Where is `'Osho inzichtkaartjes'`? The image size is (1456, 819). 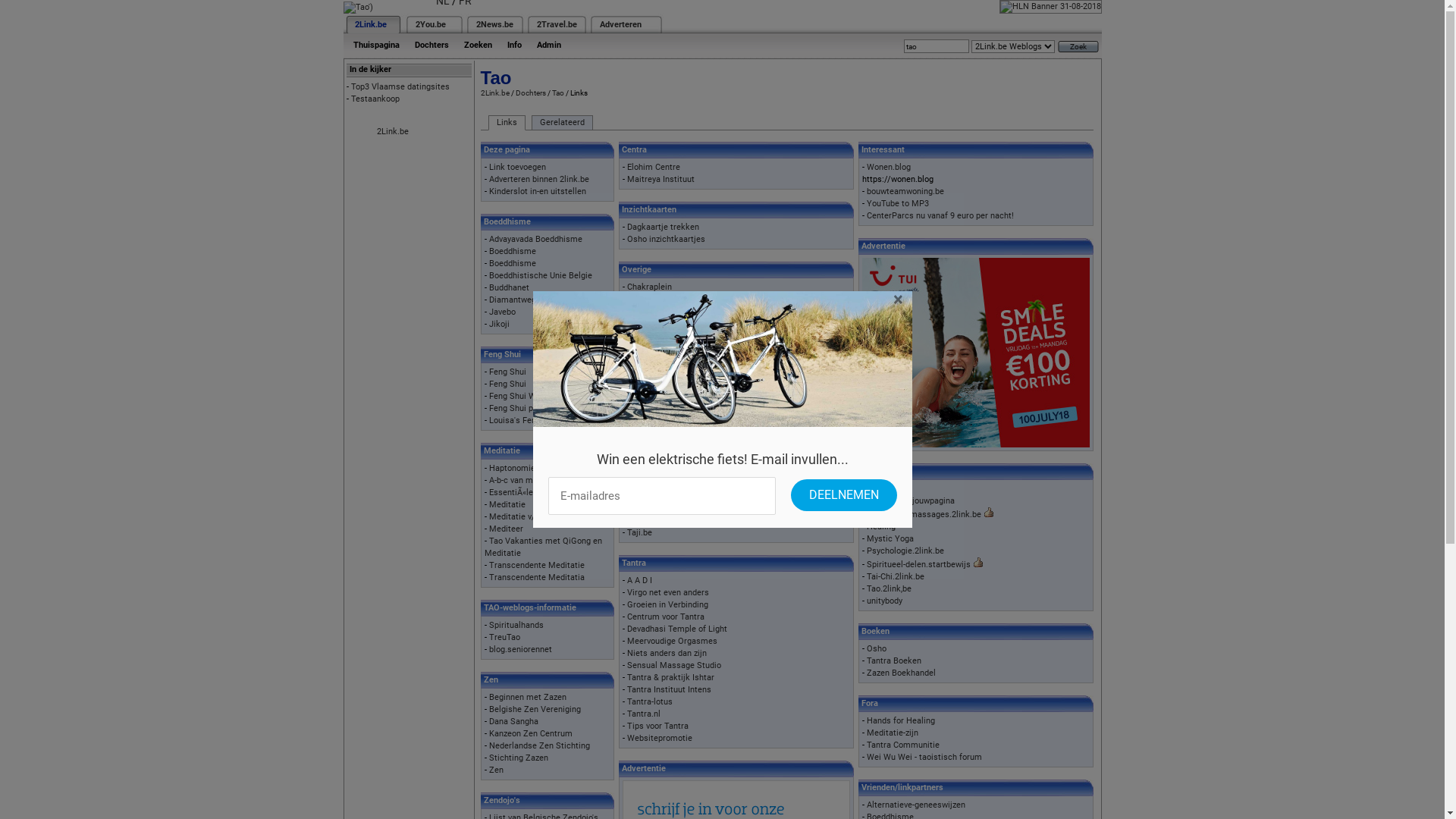 'Osho inzichtkaartjes' is located at coordinates (665, 239).